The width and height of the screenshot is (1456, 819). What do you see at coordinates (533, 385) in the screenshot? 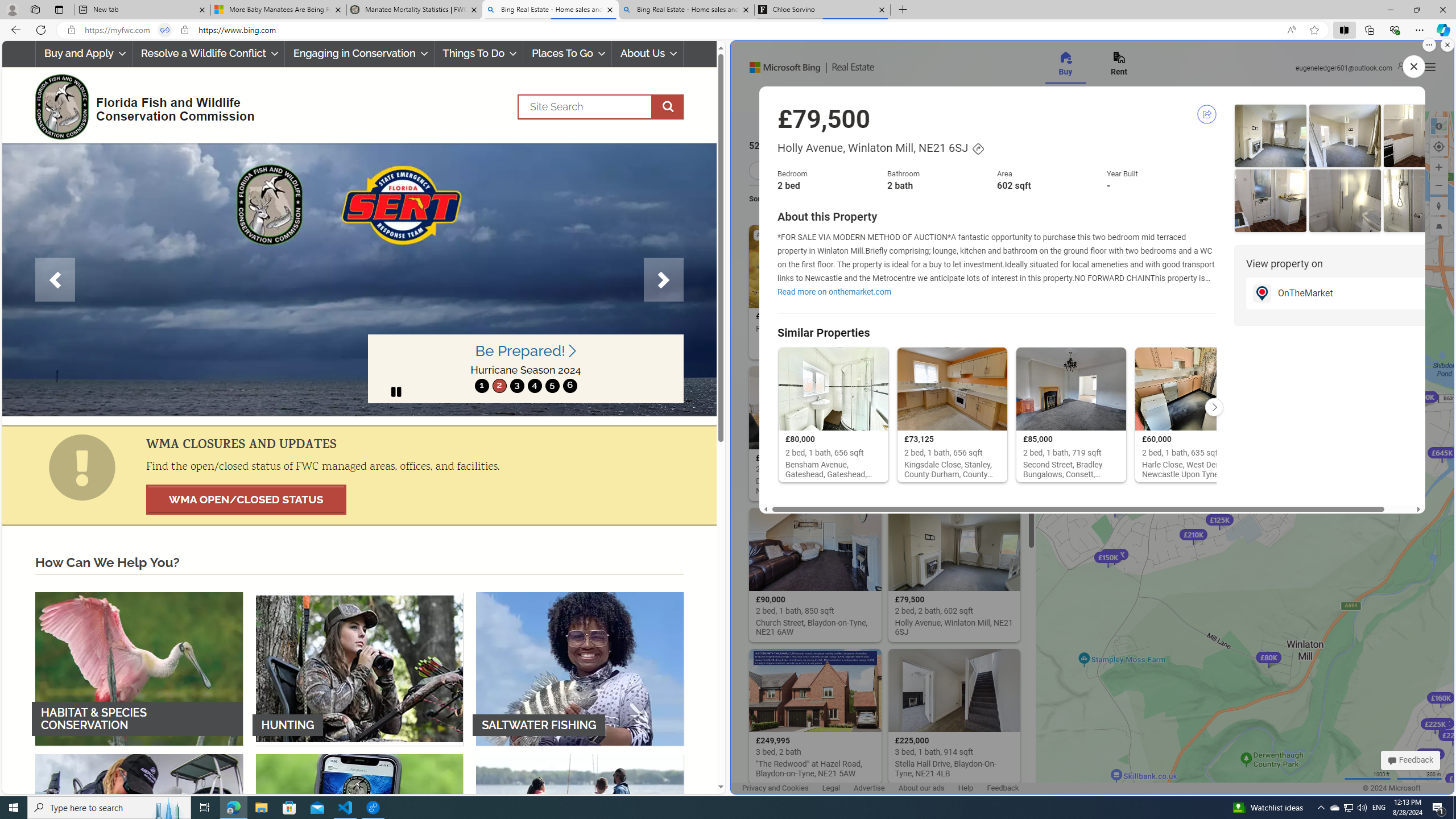
I see `'4'` at bounding box center [533, 385].